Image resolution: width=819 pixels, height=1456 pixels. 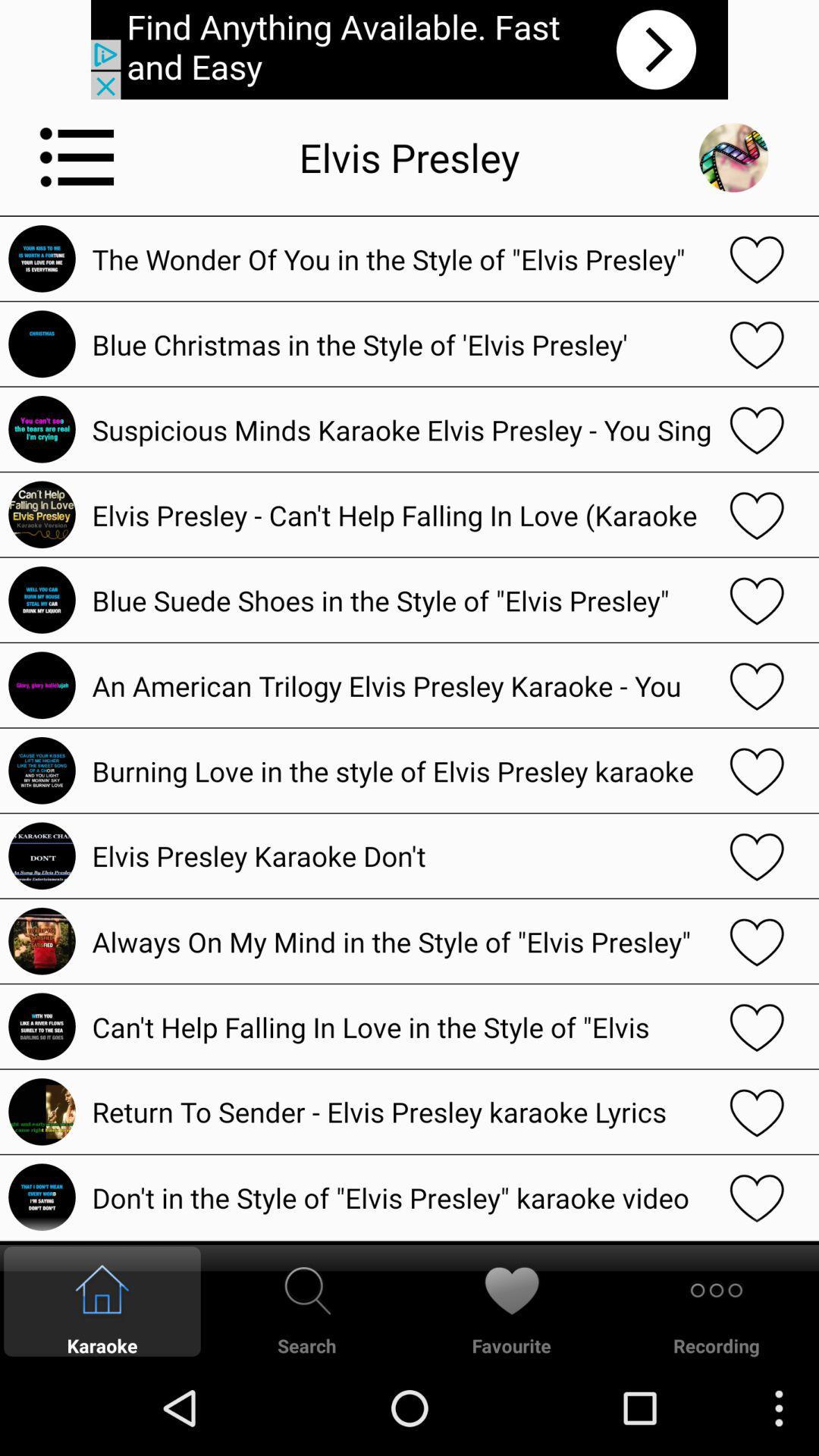 I want to click on song, so click(x=757, y=428).